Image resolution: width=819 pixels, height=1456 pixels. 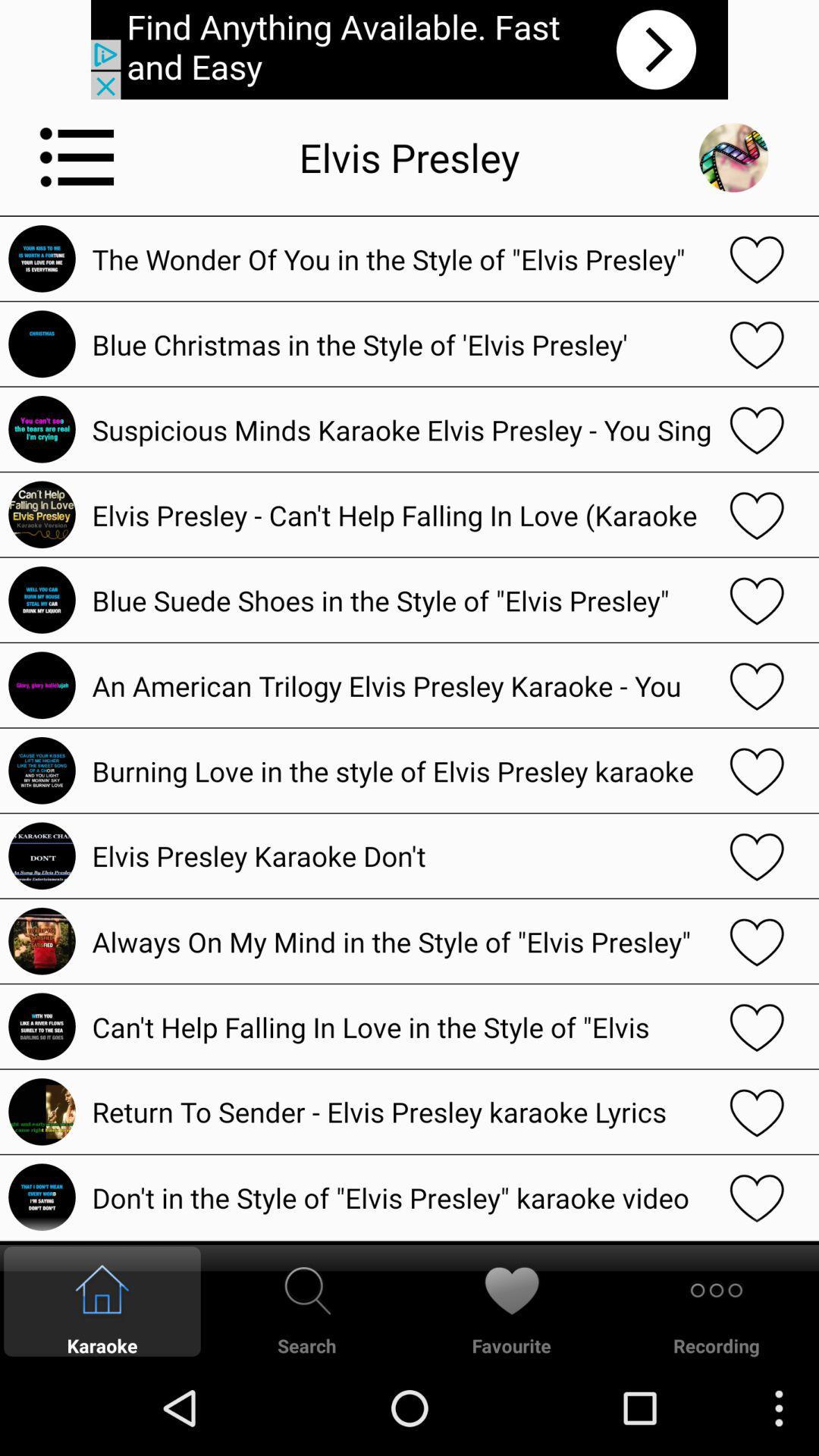 I want to click on song, so click(x=757, y=428).